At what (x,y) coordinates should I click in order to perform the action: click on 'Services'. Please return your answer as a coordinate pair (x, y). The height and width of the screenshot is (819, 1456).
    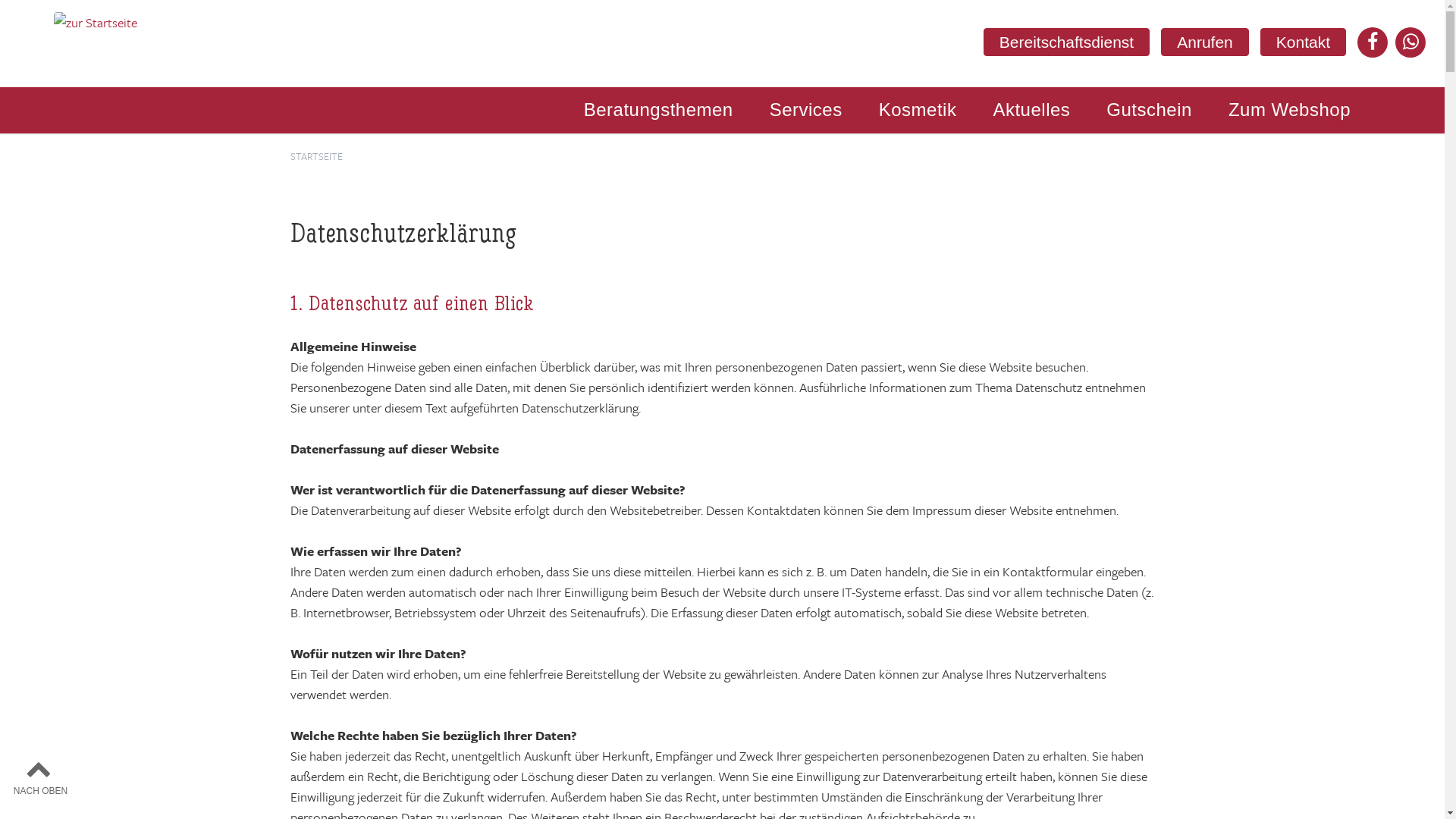
    Looking at the image, I should click on (763, 109).